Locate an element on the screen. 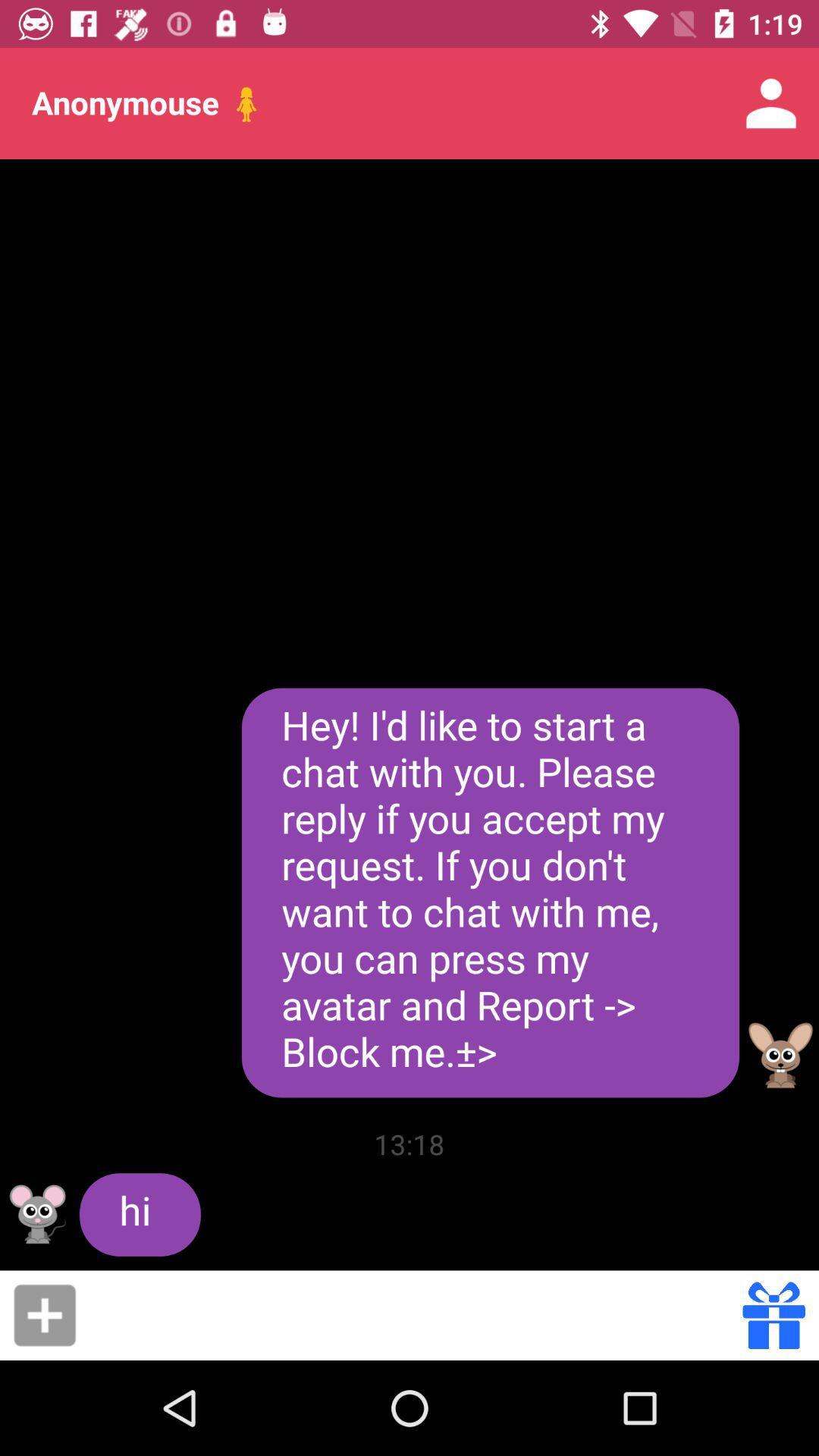  hi  icon is located at coordinates (140, 1215).